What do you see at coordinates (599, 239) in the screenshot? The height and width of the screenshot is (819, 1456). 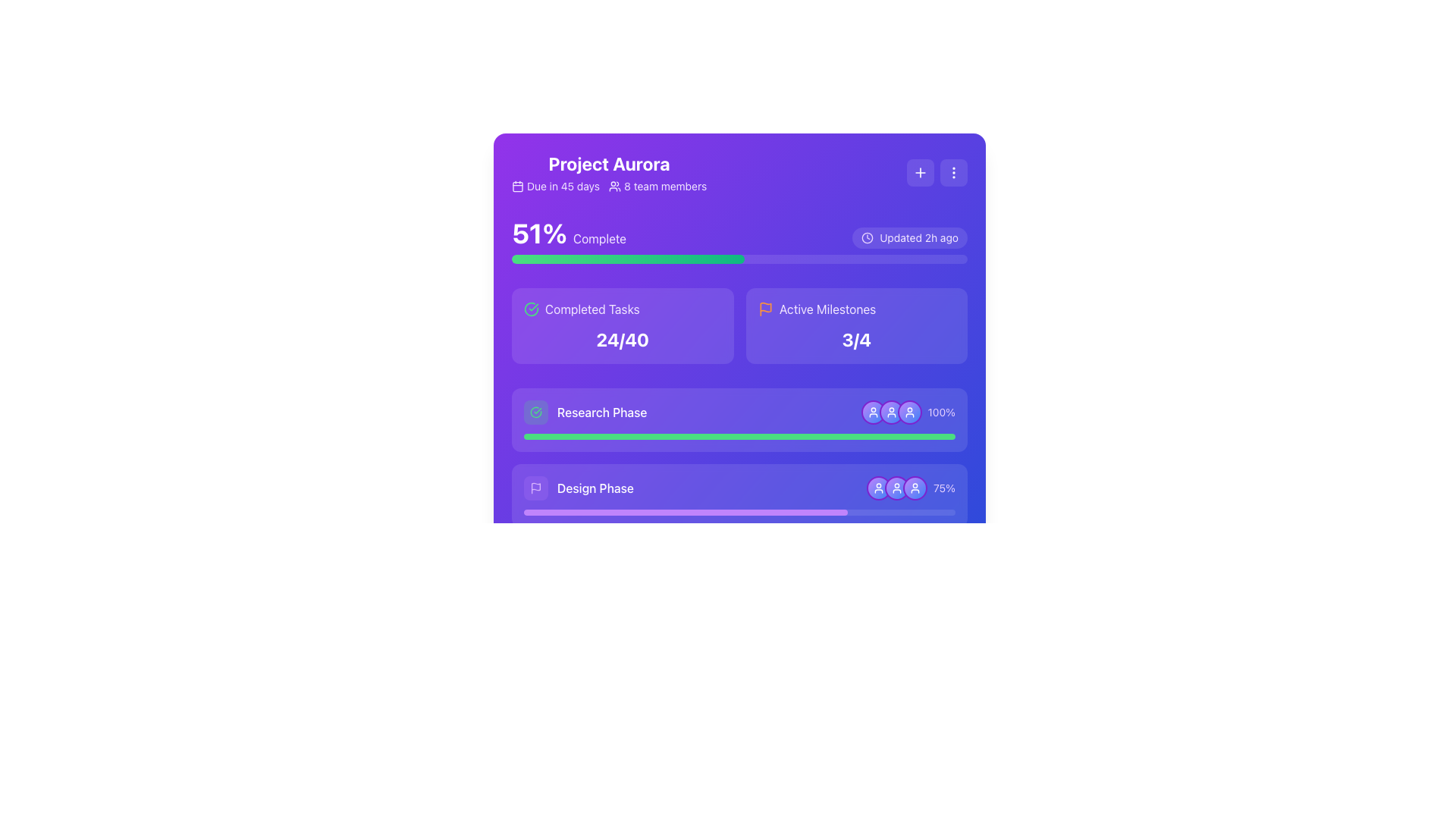 I see `the informational text label that provides context for the completion percentage displayed to its left, which is positioned to the right of the bolded '51%' text` at bounding box center [599, 239].